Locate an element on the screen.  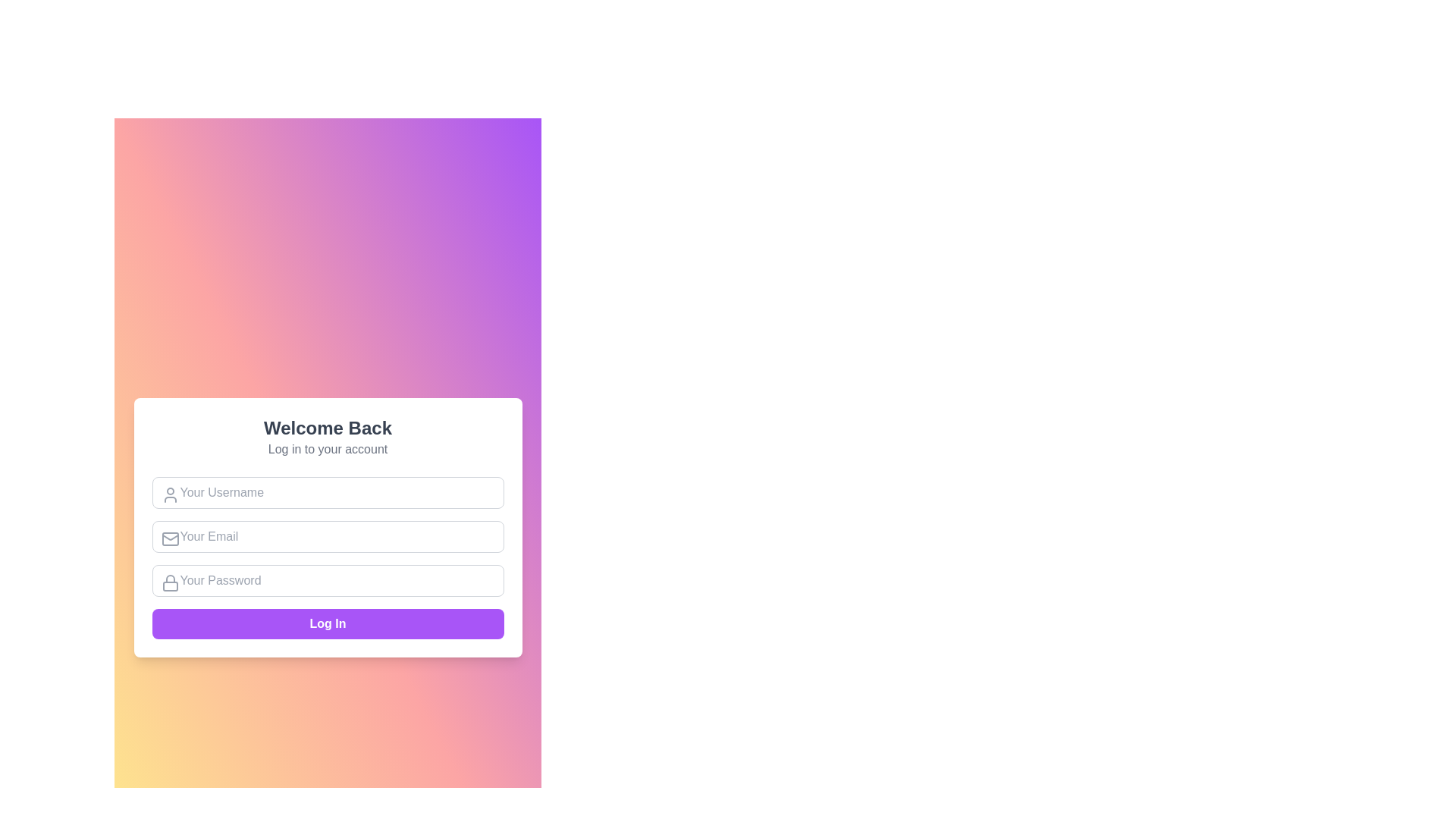
the lock icon that represents security or password-related functionality, which is positioned to the left of the 'Your Password' input box is located at coordinates (170, 582).